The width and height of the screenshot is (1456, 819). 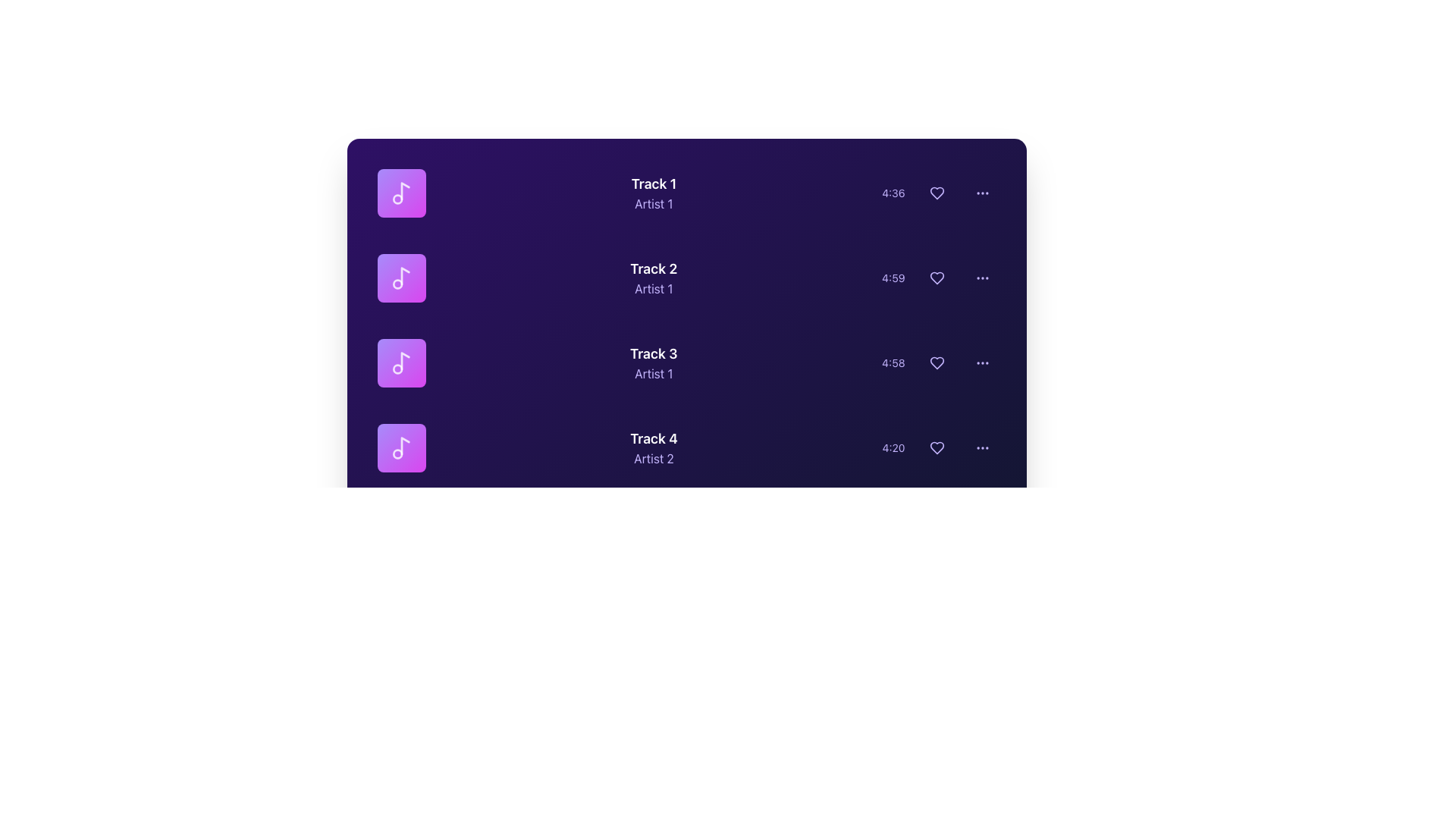 What do you see at coordinates (654, 289) in the screenshot?
I see `the static text label representing the artist name for the track 'Track 2', located directly below the text 'Track 2' in the second row of the track list` at bounding box center [654, 289].